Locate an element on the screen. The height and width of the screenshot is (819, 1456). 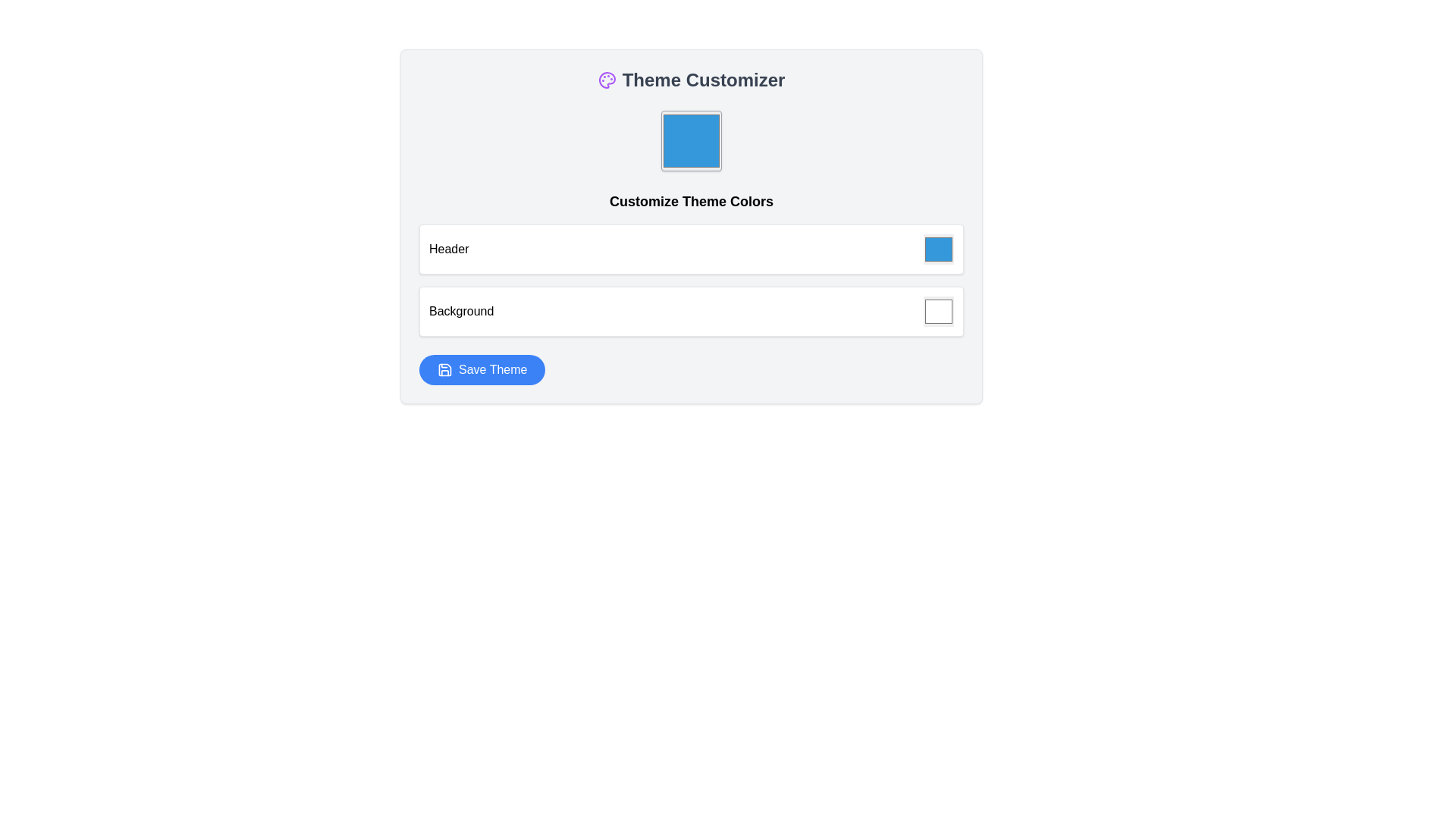
the rounded blue button with white text labeled 'Save Theme', which is positioned at the bottom of the 'Theme Customizer' card is located at coordinates (482, 370).